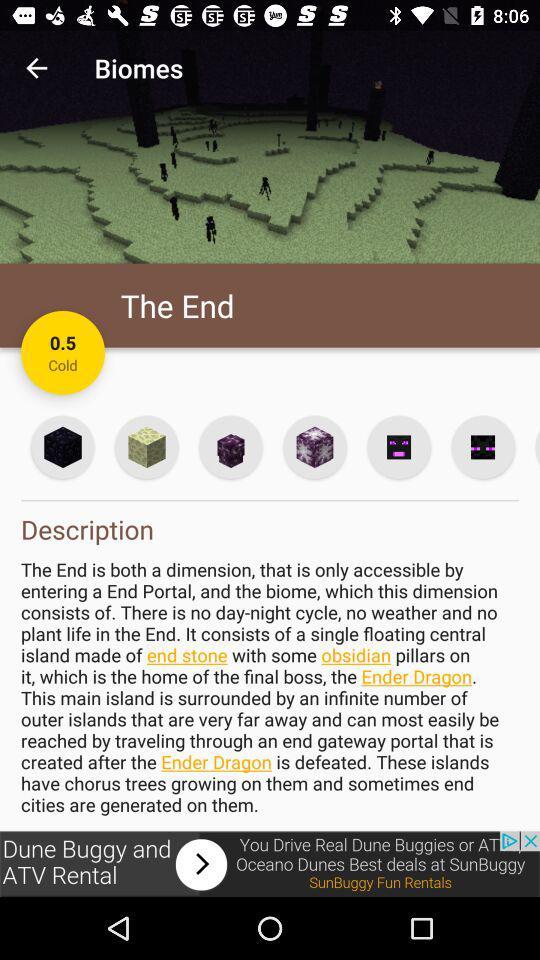 The height and width of the screenshot is (960, 540). I want to click on the videocam icon, so click(481, 447).